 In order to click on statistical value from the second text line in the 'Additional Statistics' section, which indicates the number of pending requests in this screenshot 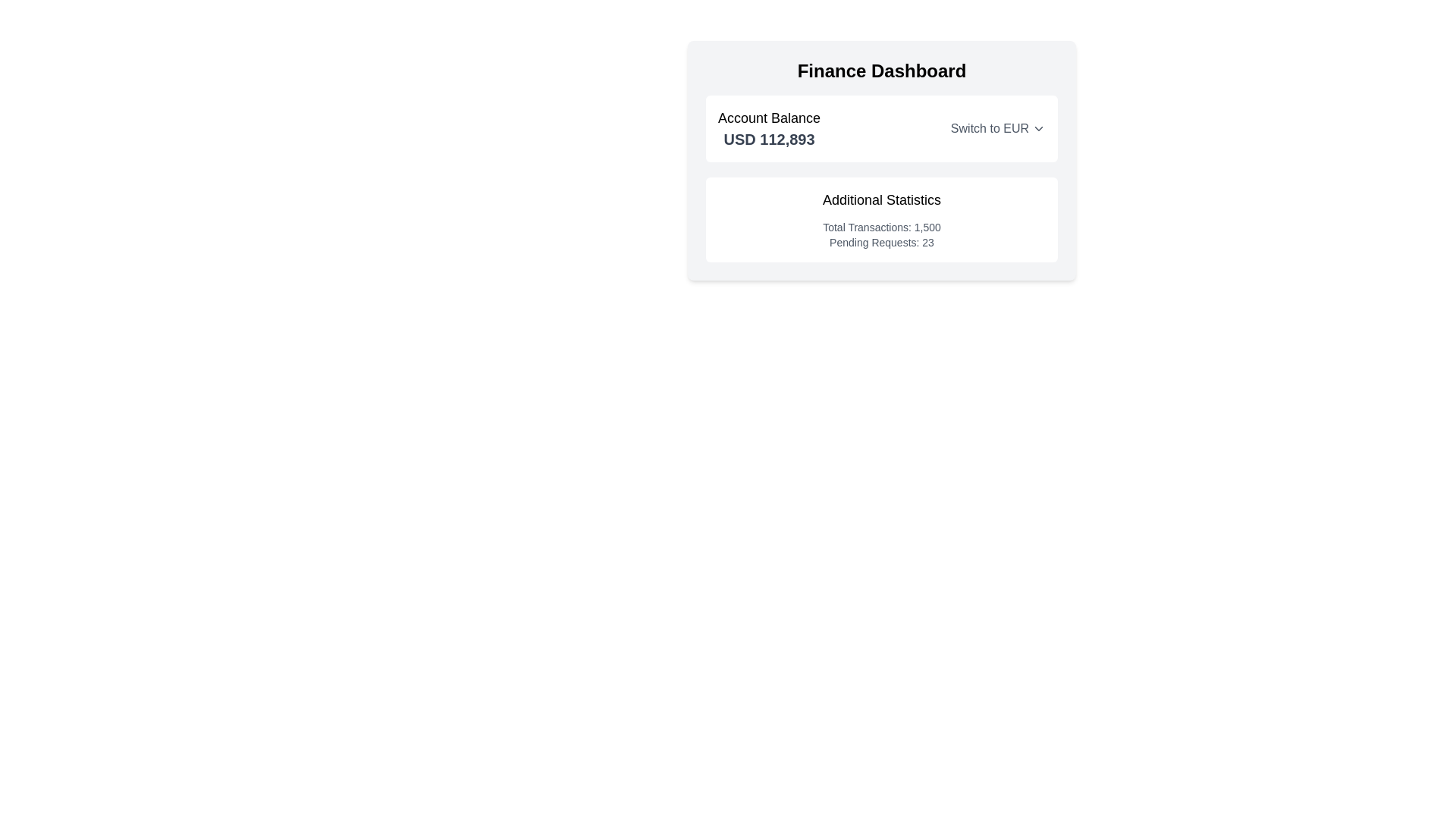, I will do `click(881, 242)`.